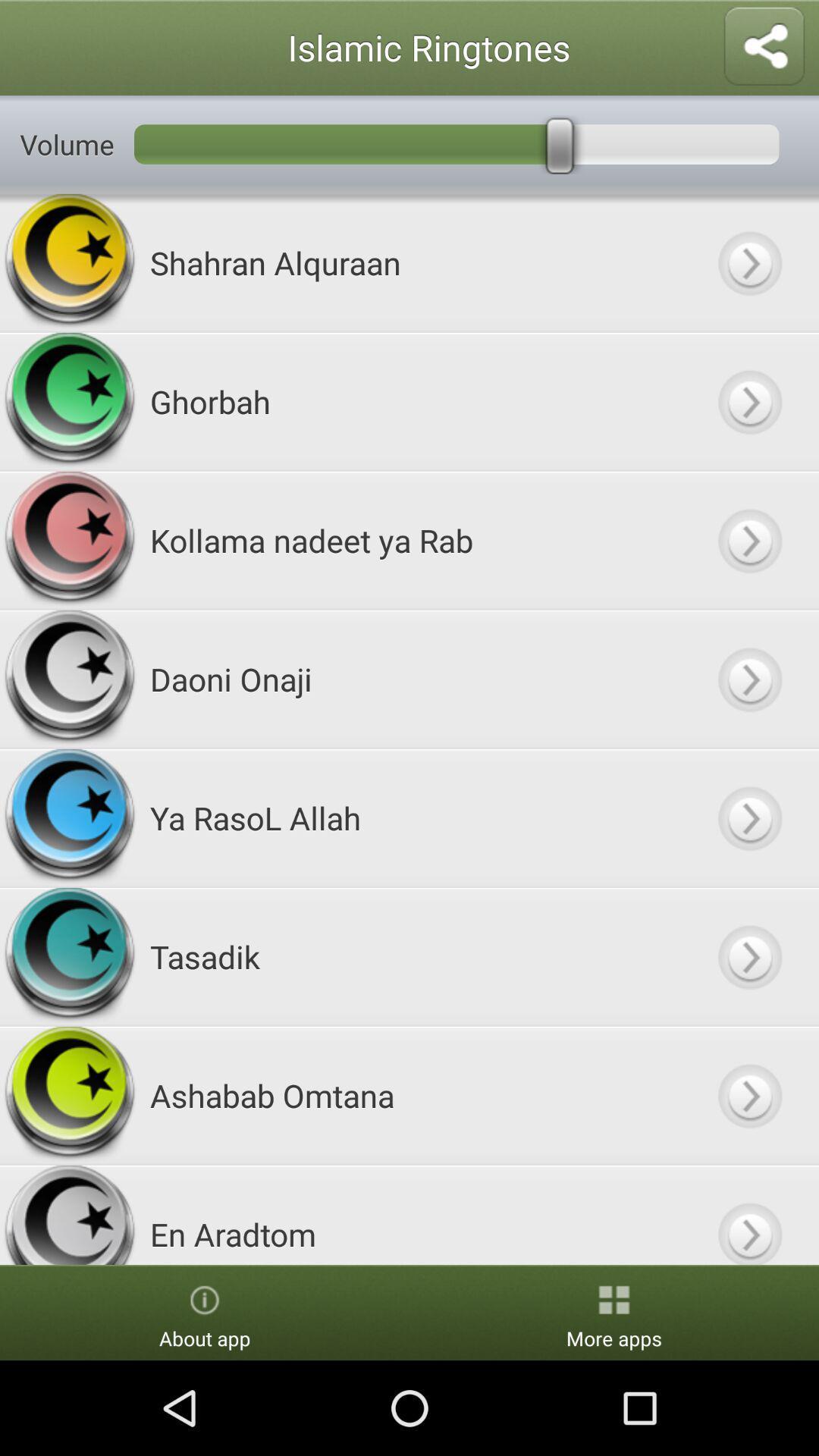  Describe the element at coordinates (748, 262) in the screenshot. I see `sound` at that location.